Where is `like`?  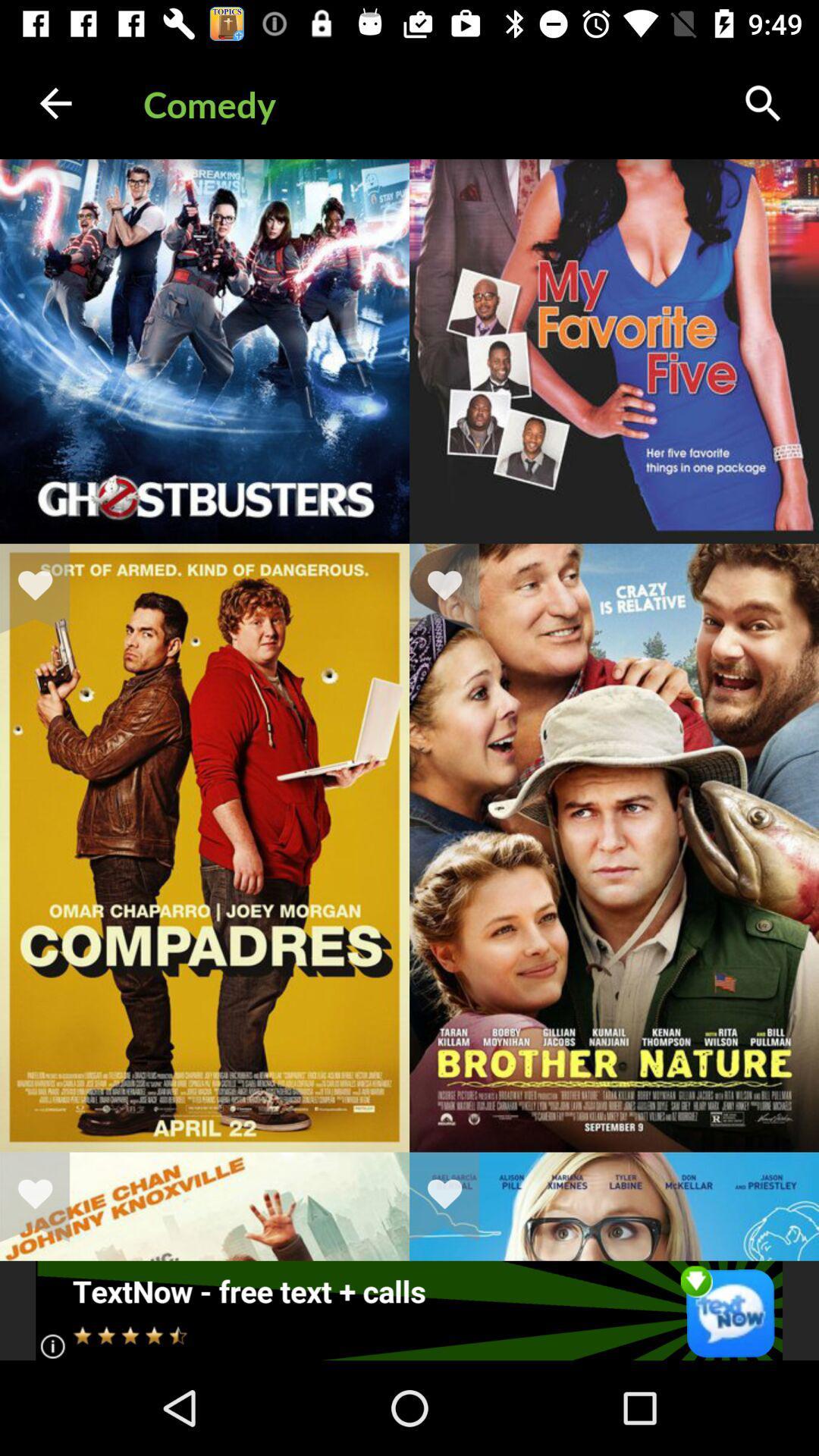 like is located at coordinates (44, 588).